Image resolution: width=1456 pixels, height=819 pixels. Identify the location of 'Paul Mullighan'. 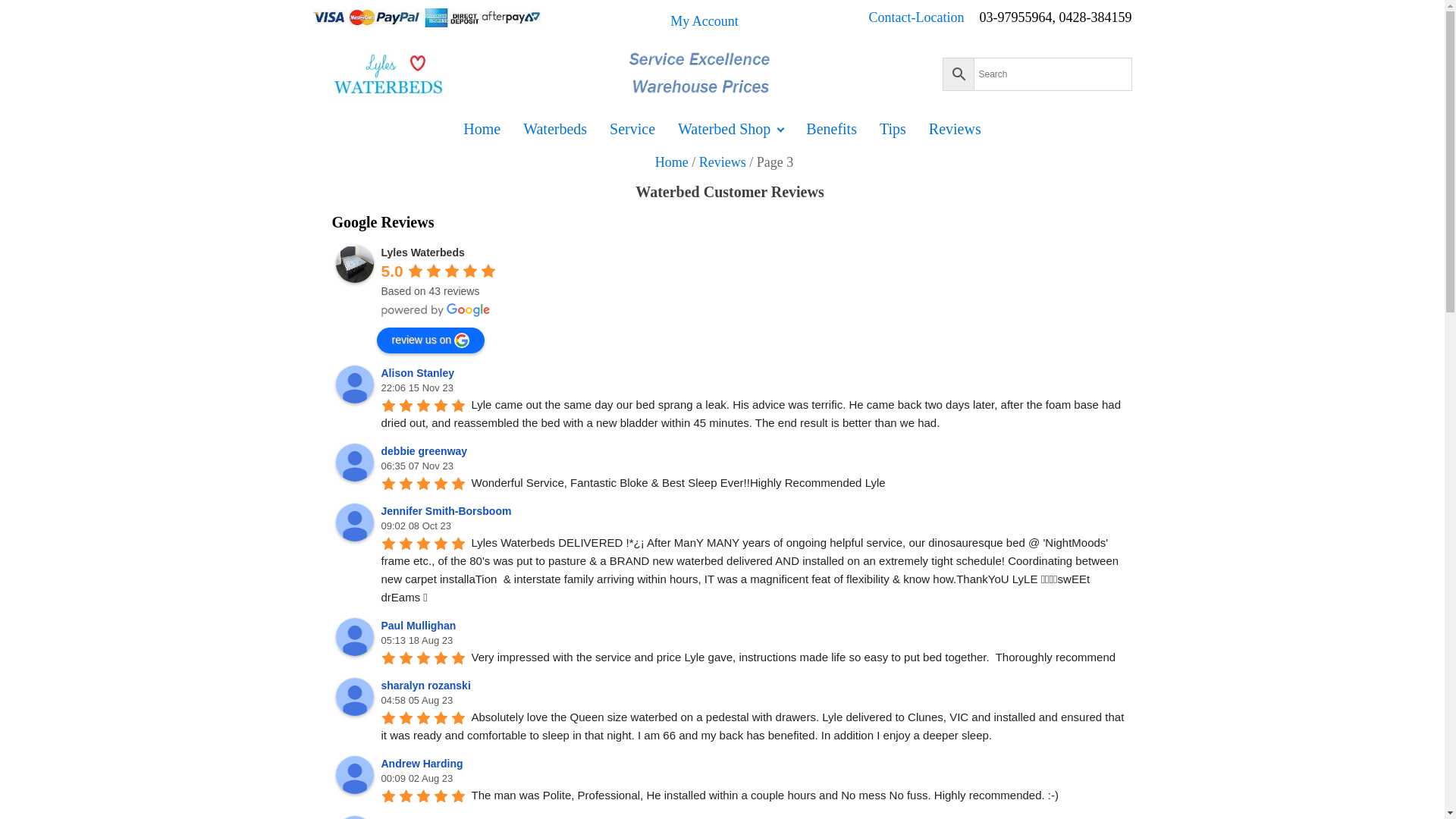
(353, 637).